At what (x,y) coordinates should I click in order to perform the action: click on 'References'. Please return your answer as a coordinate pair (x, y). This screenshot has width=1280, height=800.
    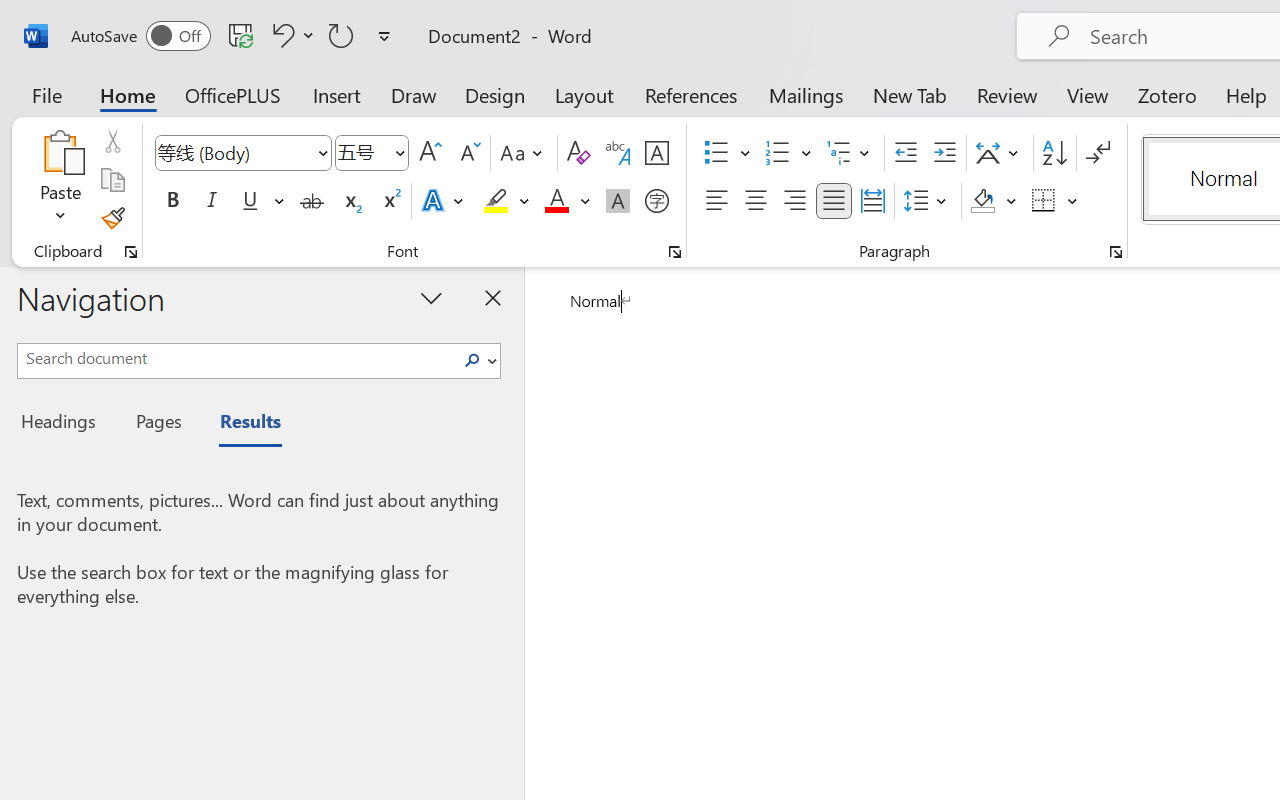
    Looking at the image, I should click on (691, 94).